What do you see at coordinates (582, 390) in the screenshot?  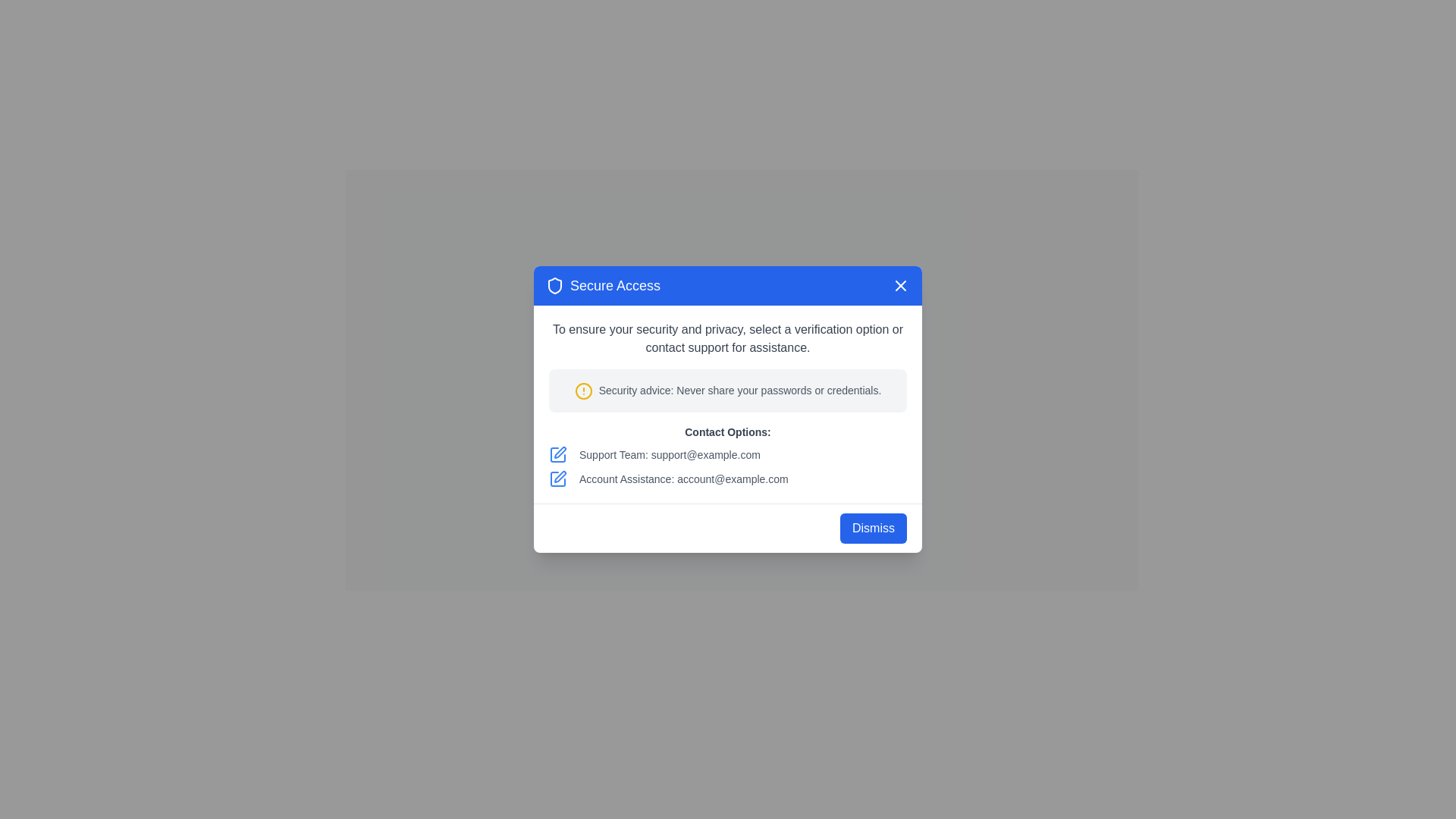 I see `the small circular icon component that is part of the visual warning symbol near the top left of the 'Secure Access' modal, adjacent to the 'Security advice' text` at bounding box center [582, 390].